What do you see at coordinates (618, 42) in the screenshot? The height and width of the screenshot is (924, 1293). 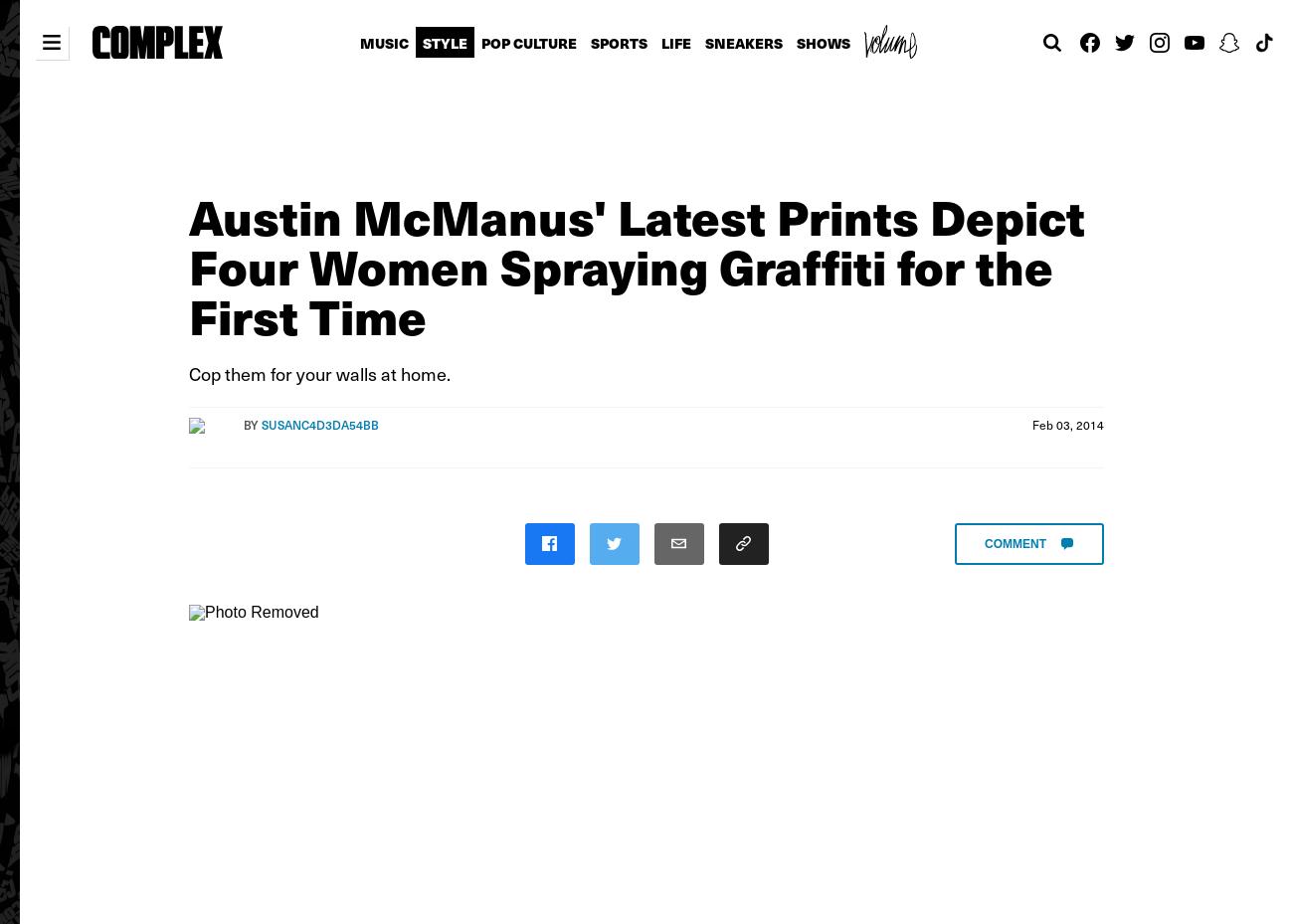 I see `'sports'` at bounding box center [618, 42].